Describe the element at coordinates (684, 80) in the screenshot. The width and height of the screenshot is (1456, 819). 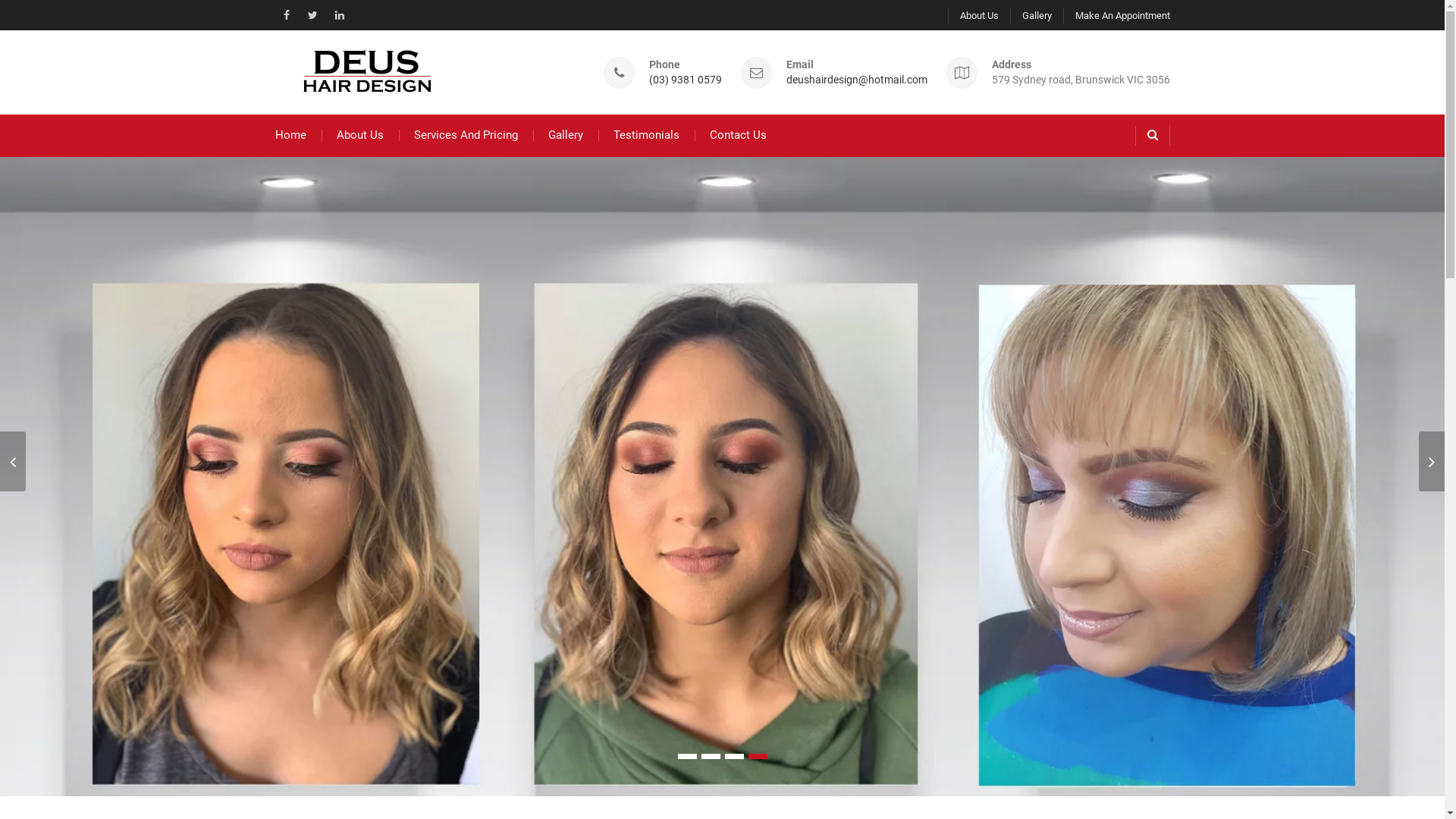
I see `'(03) 9381 0579'` at that location.